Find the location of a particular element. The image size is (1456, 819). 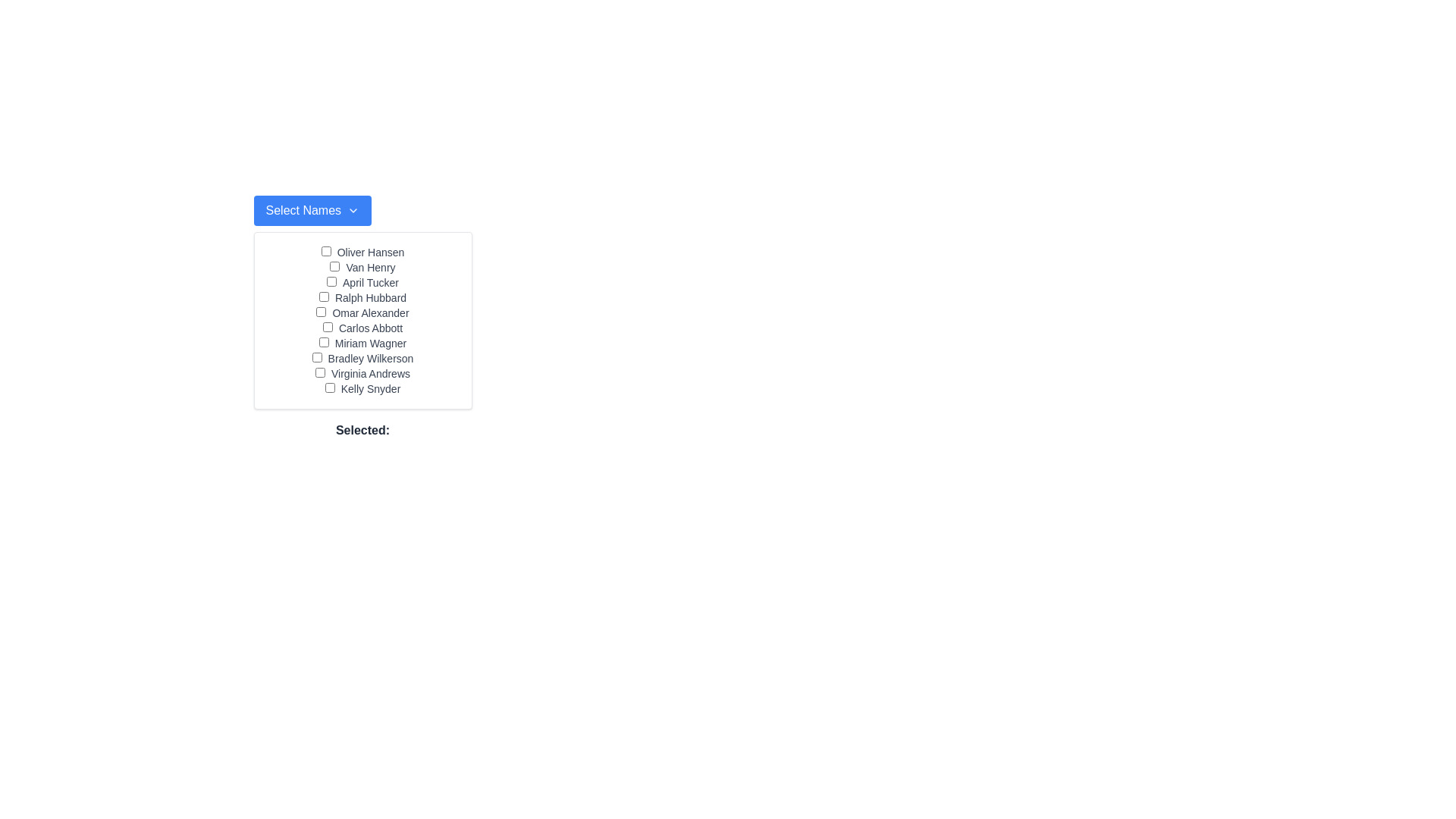

the checkbox for 'Miriam Wagner' is located at coordinates (323, 342).